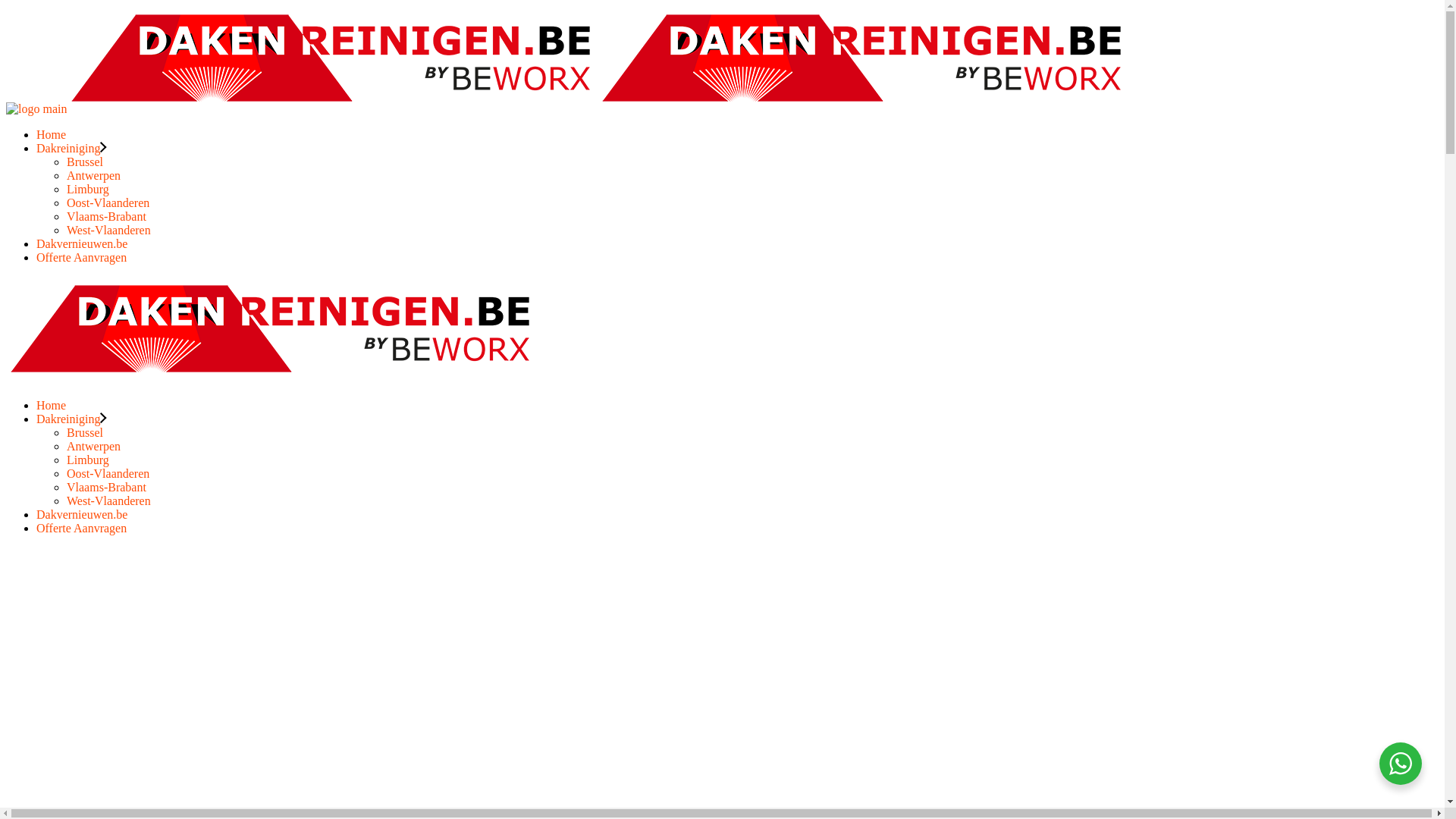 Image resolution: width=1456 pixels, height=819 pixels. Describe the element at coordinates (105, 216) in the screenshot. I see `'Vlaams-Brabant'` at that location.